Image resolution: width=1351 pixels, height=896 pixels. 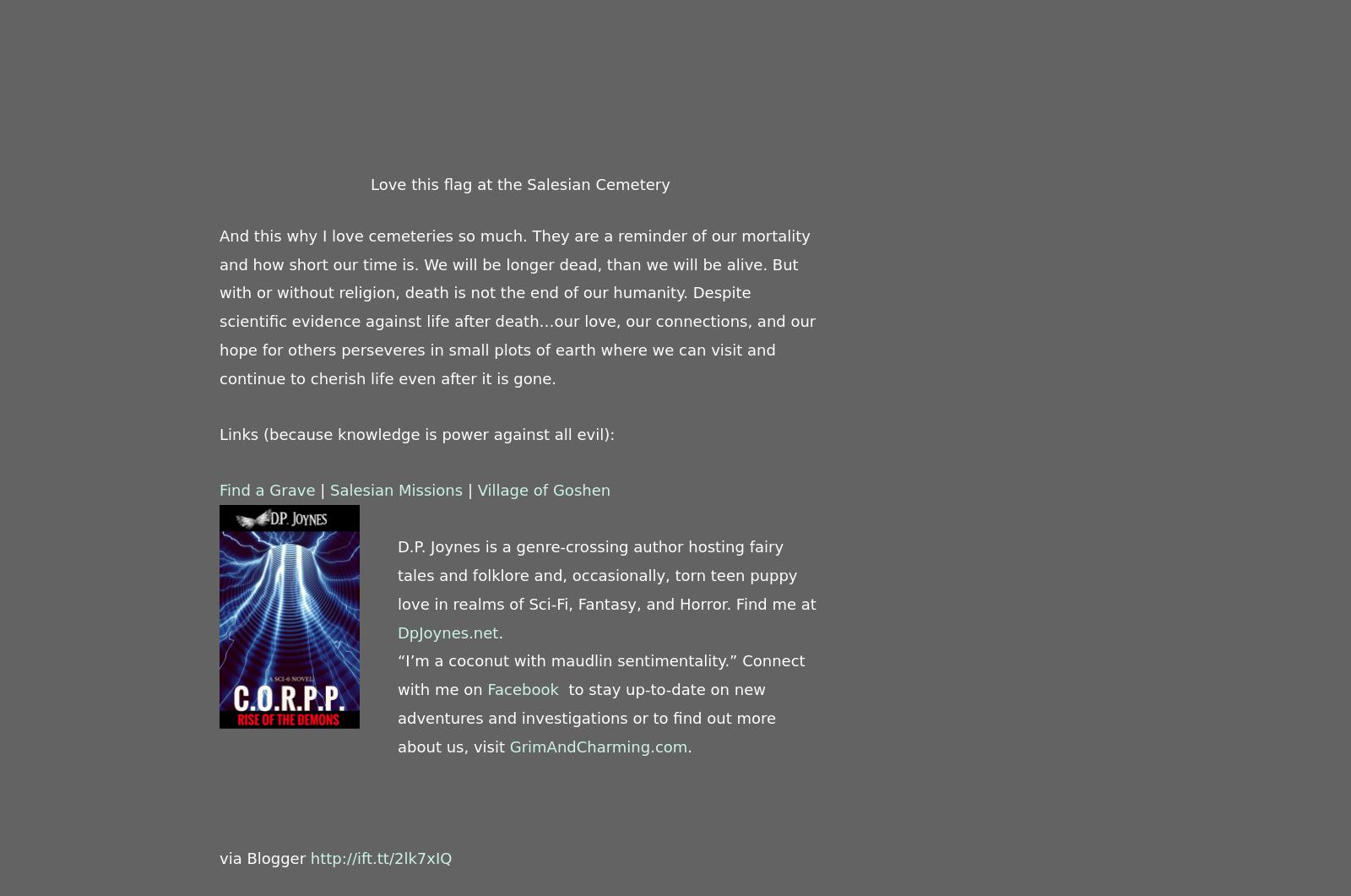 What do you see at coordinates (587, 717) in the screenshot?
I see `'to stay up-to-date on new adventures and investigations or to find out more about us, visit'` at bounding box center [587, 717].